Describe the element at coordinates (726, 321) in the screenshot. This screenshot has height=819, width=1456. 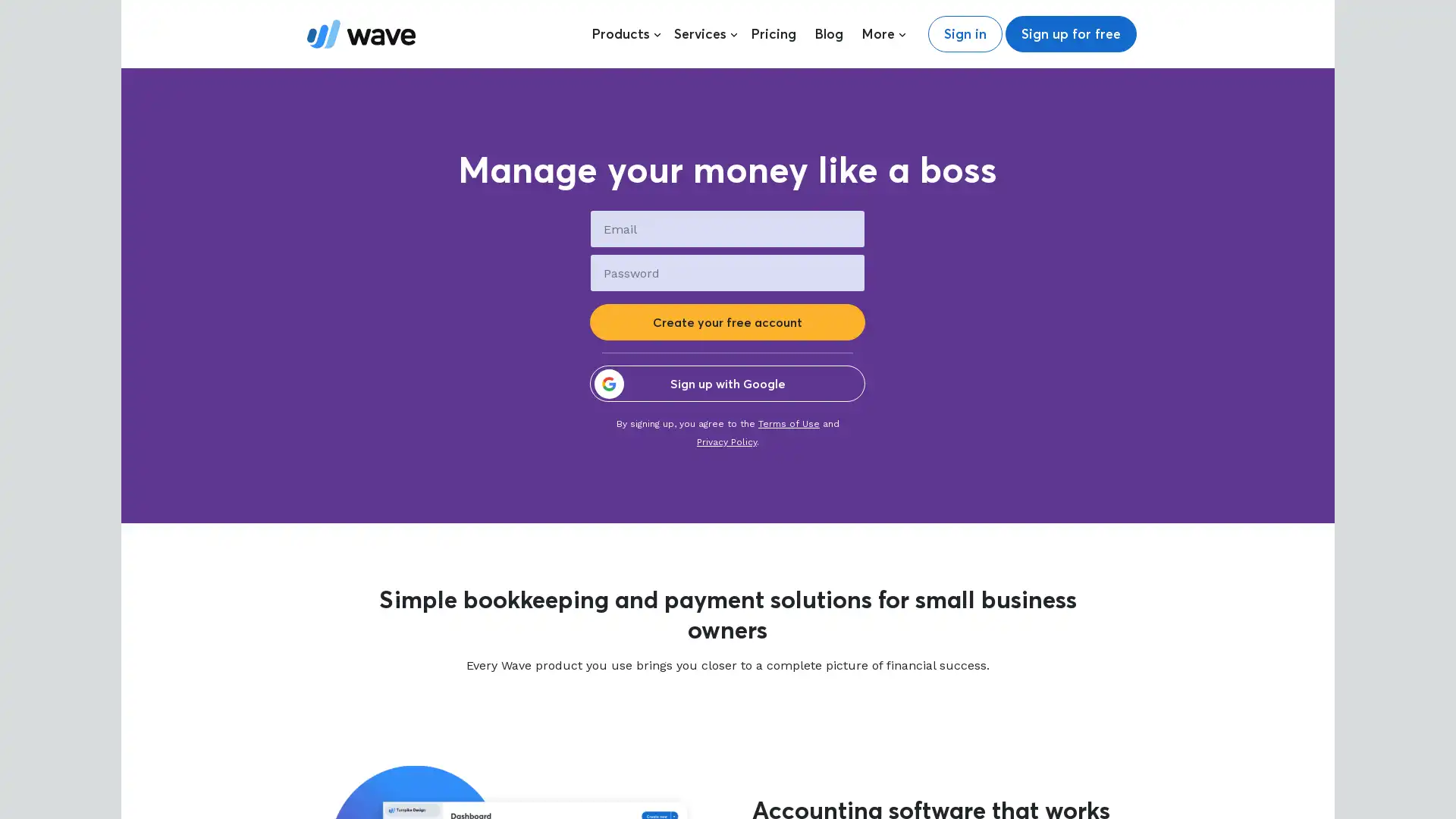
I see `Create your free account` at that location.